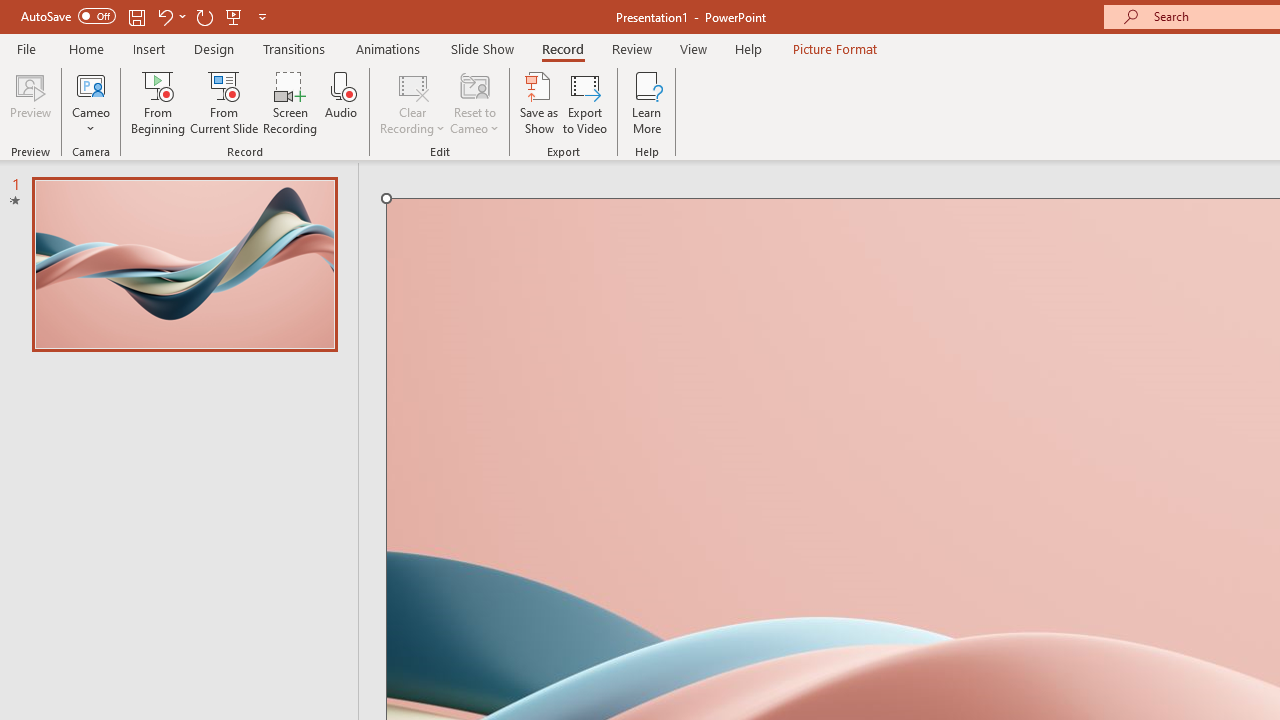 The width and height of the screenshot is (1280, 720). I want to click on 'Review', so click(630, 48).